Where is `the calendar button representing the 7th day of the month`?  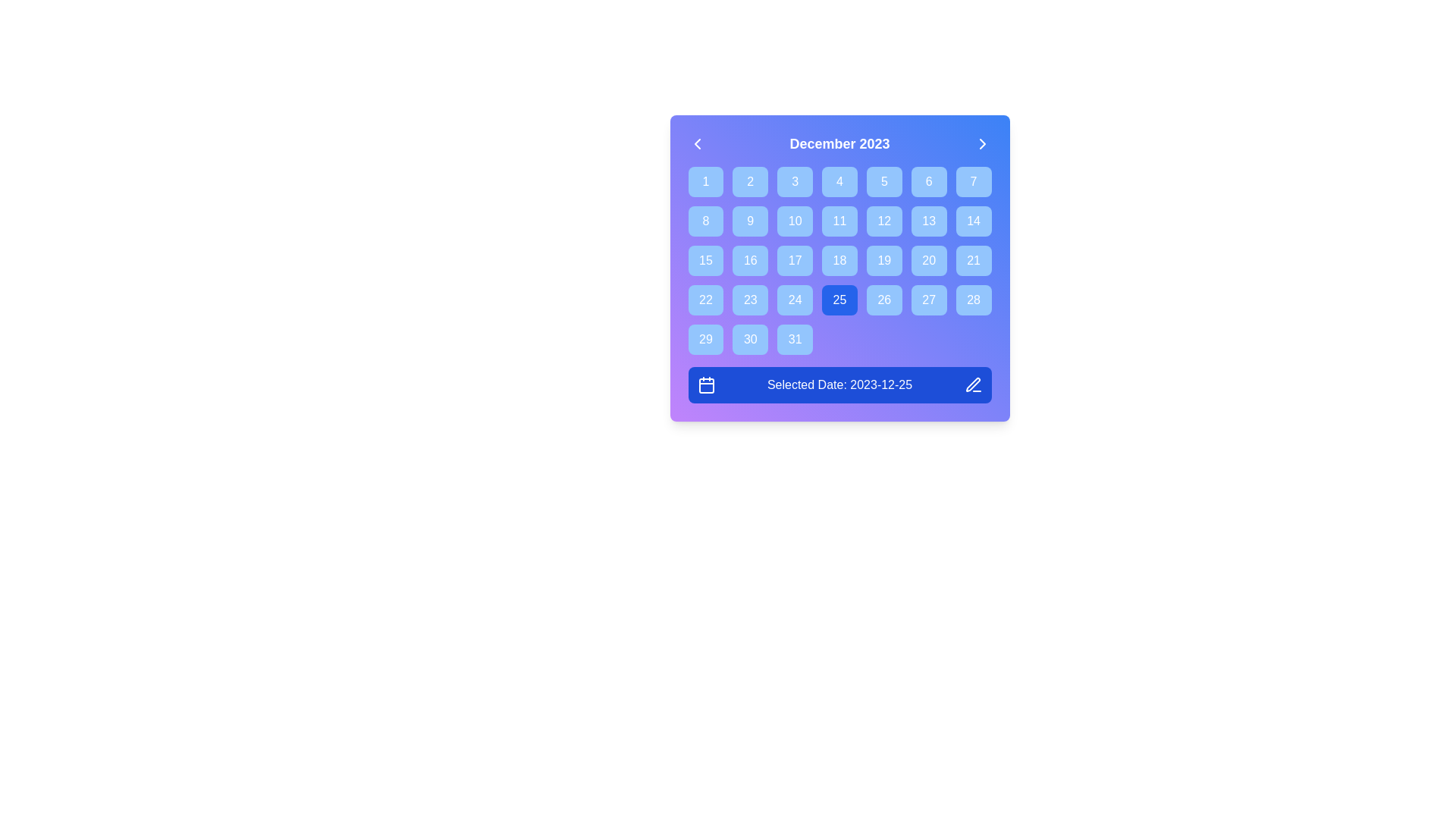 the calendar button representing the 7th day of the month is located at coordinates (974, 180).